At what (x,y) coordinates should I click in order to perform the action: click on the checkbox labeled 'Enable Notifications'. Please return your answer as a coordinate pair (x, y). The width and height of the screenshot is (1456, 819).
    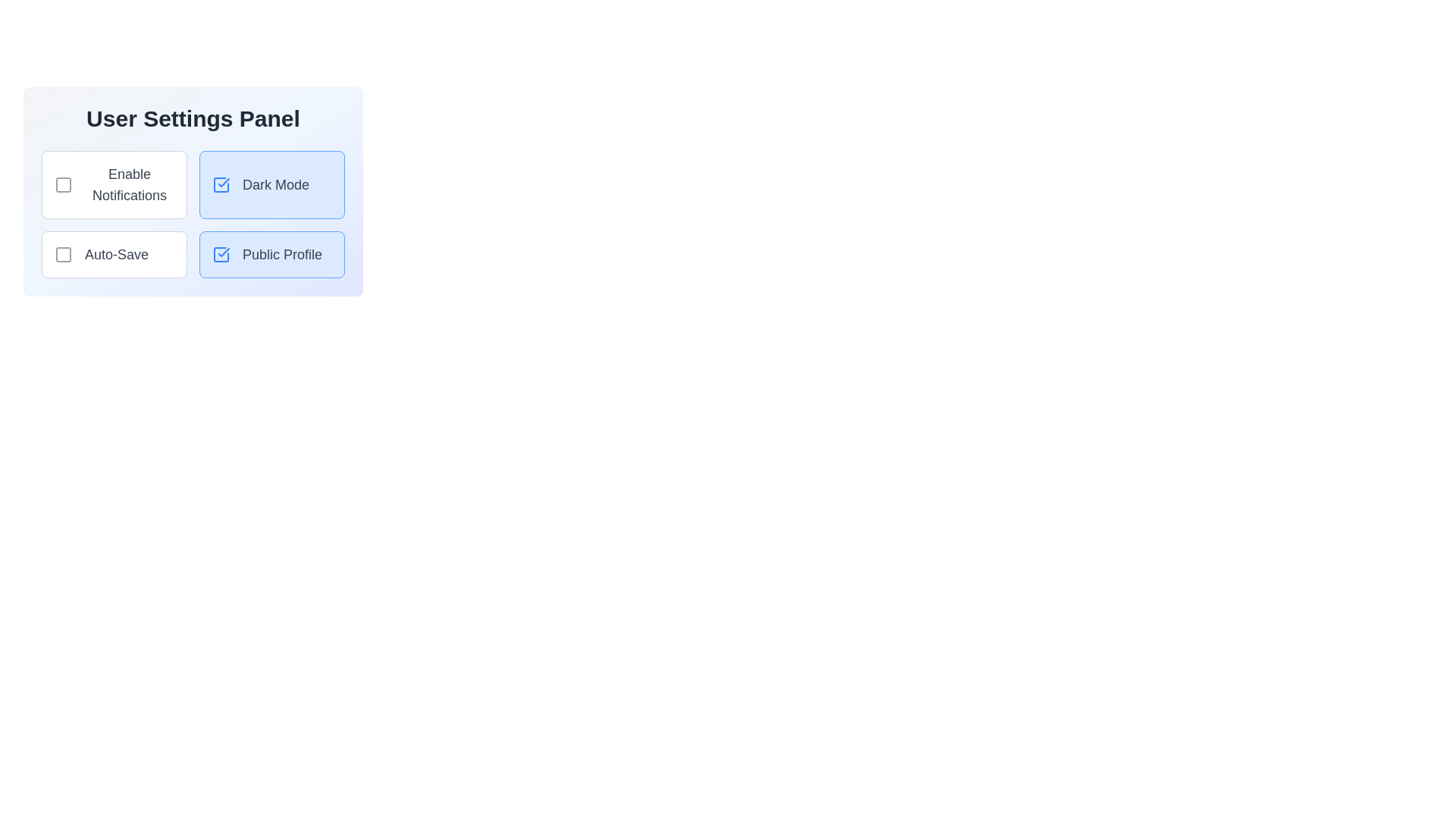
    Looking at the image, I should click on (113, 184).